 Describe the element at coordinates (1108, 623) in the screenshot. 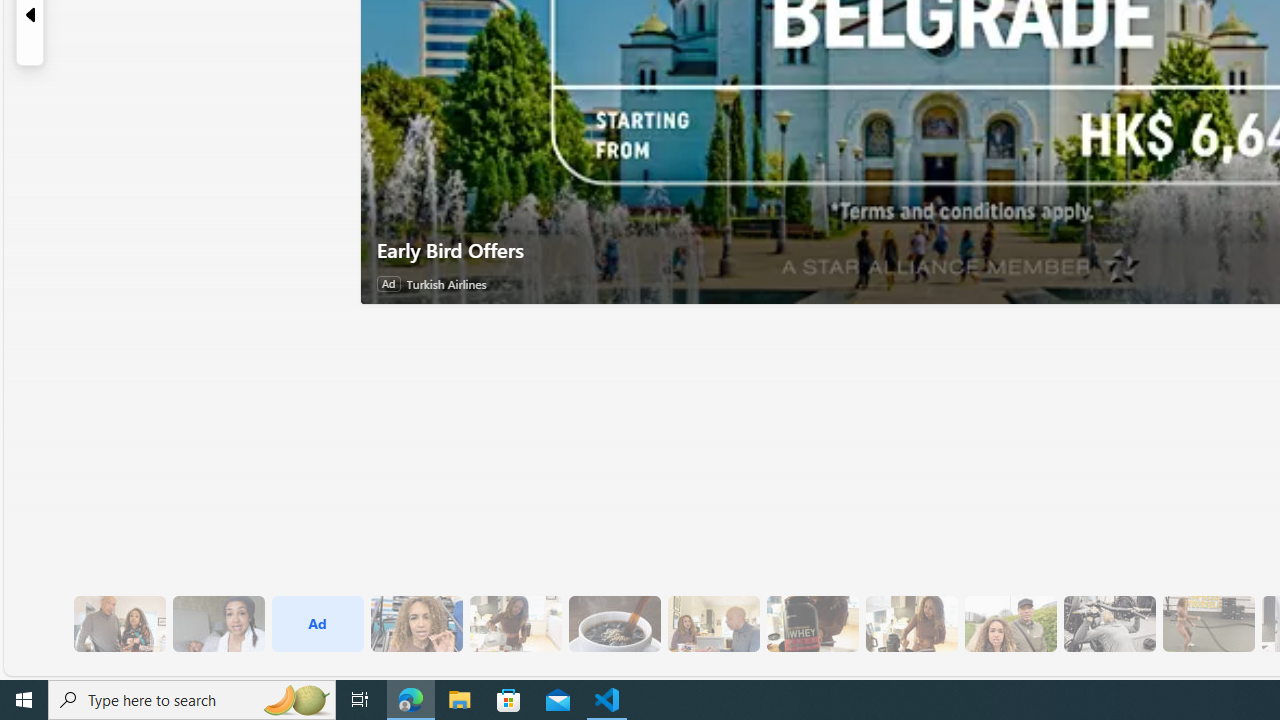

I see `'9 They Do Bench Exercises'` at that location.